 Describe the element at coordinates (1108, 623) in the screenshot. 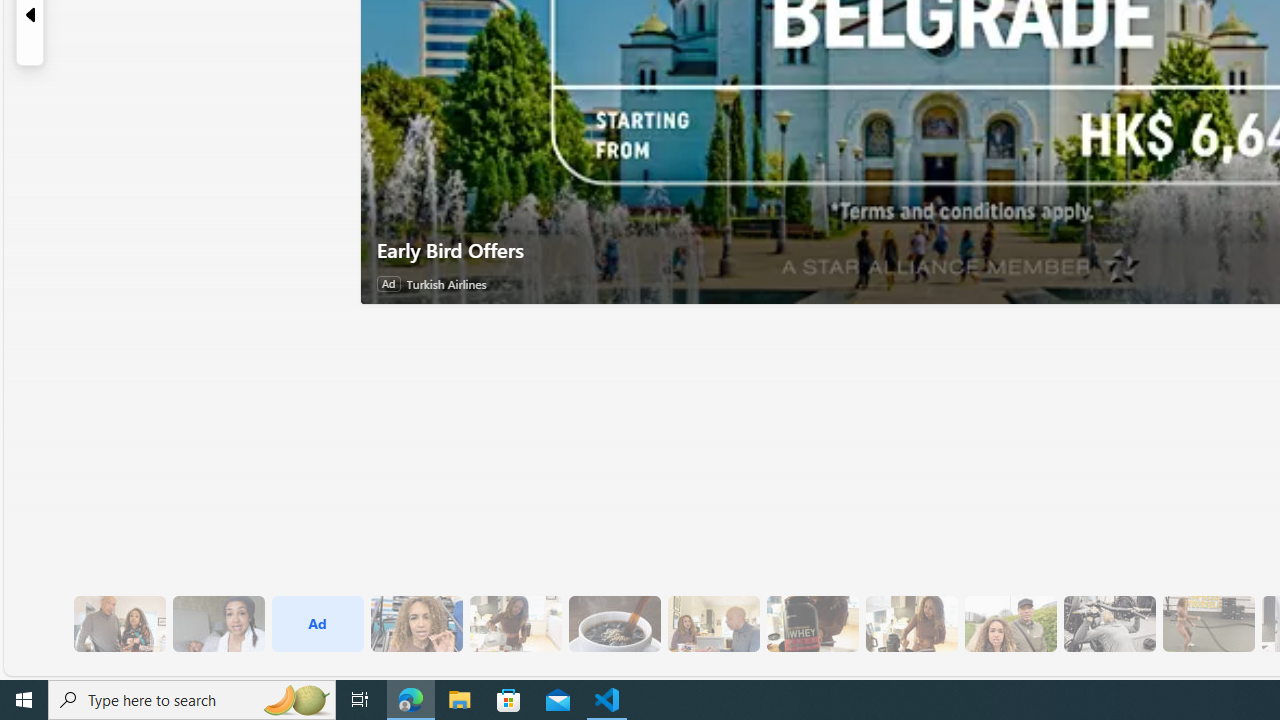

I see `'9 They Do Bench Exercises'` at that location.